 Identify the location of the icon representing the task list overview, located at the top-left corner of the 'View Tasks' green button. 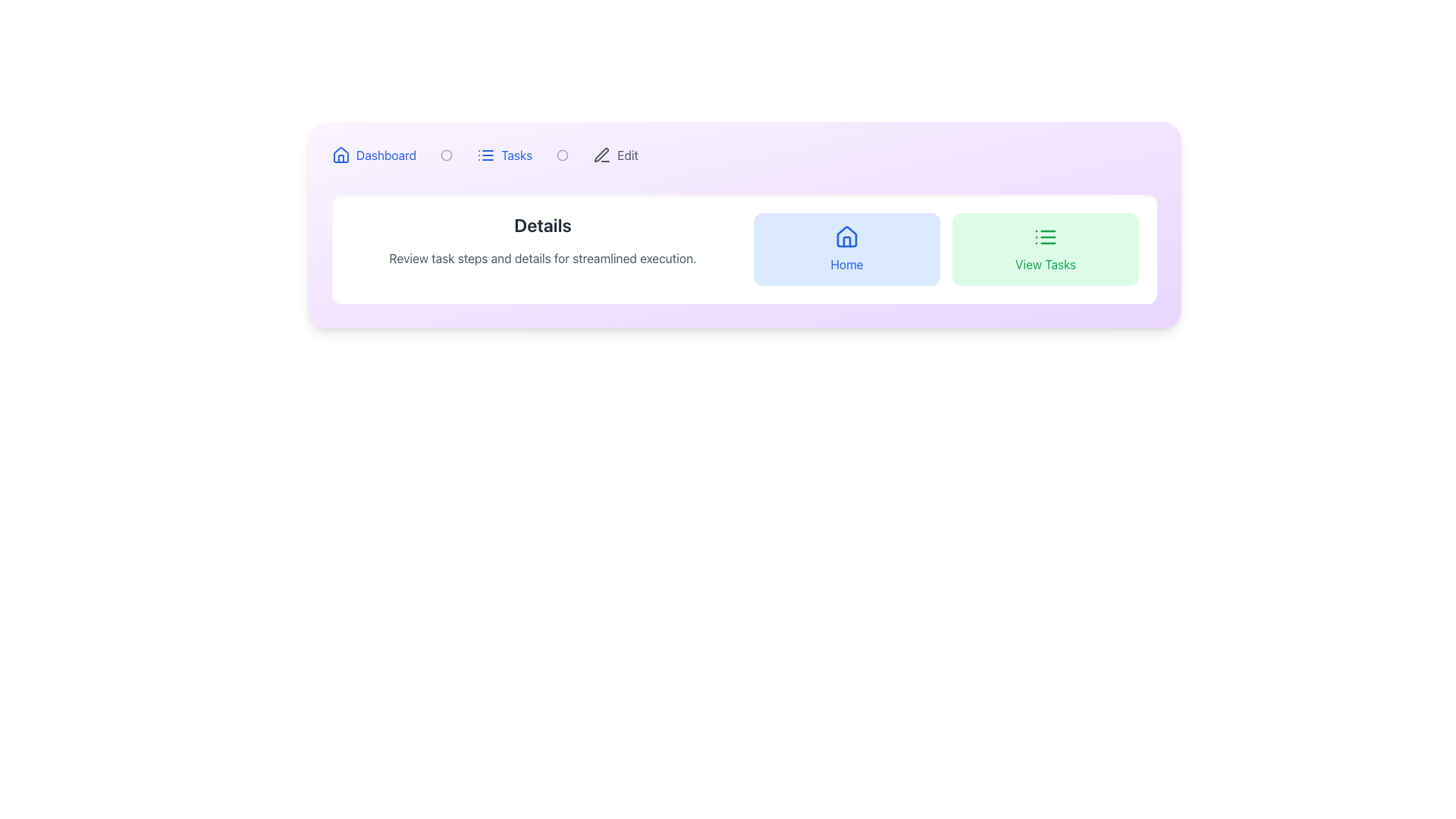
(1044, 237).